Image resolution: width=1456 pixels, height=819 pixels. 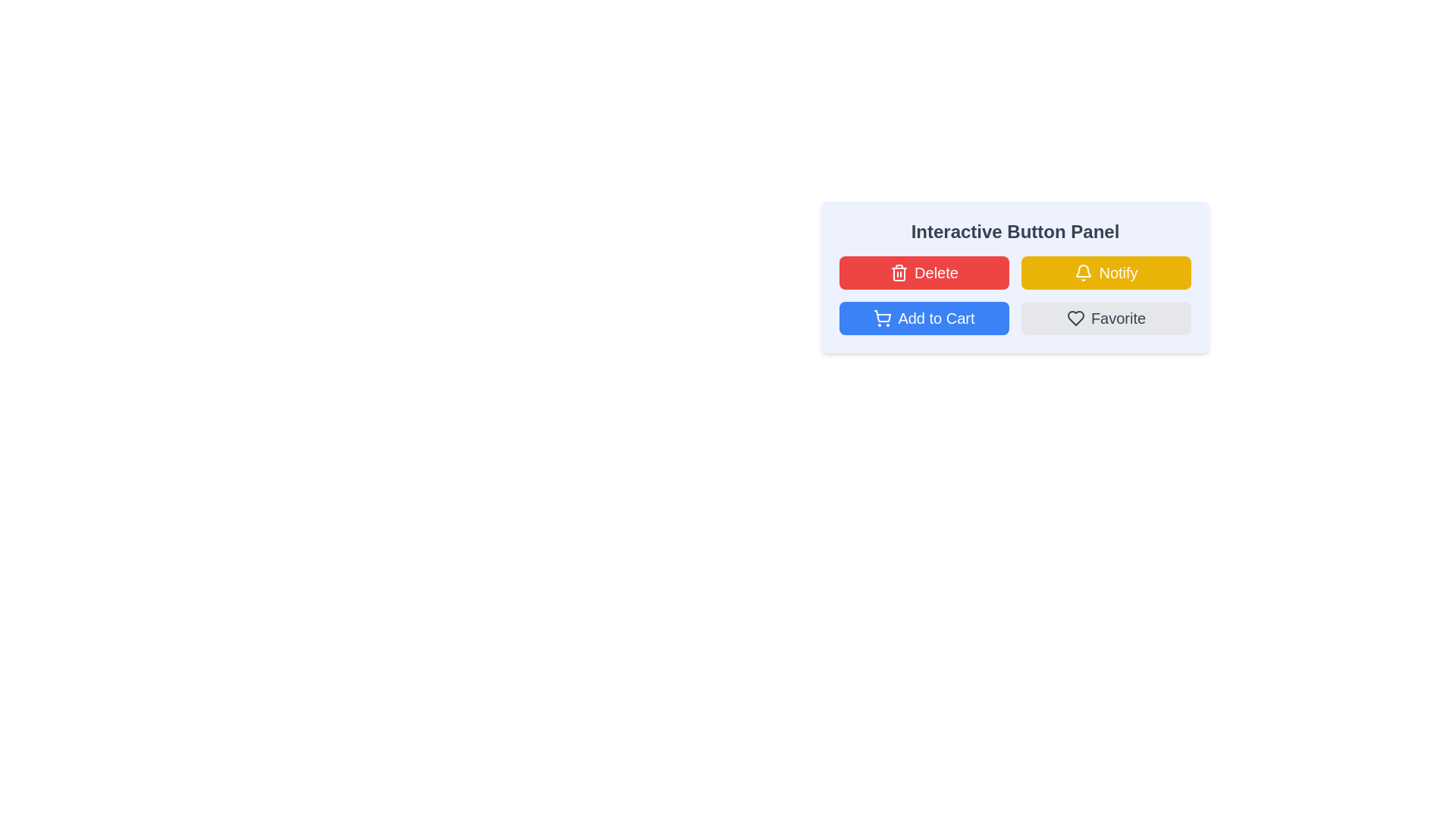 I want to click on the notification trigger button, so click(x=1106, y=271).